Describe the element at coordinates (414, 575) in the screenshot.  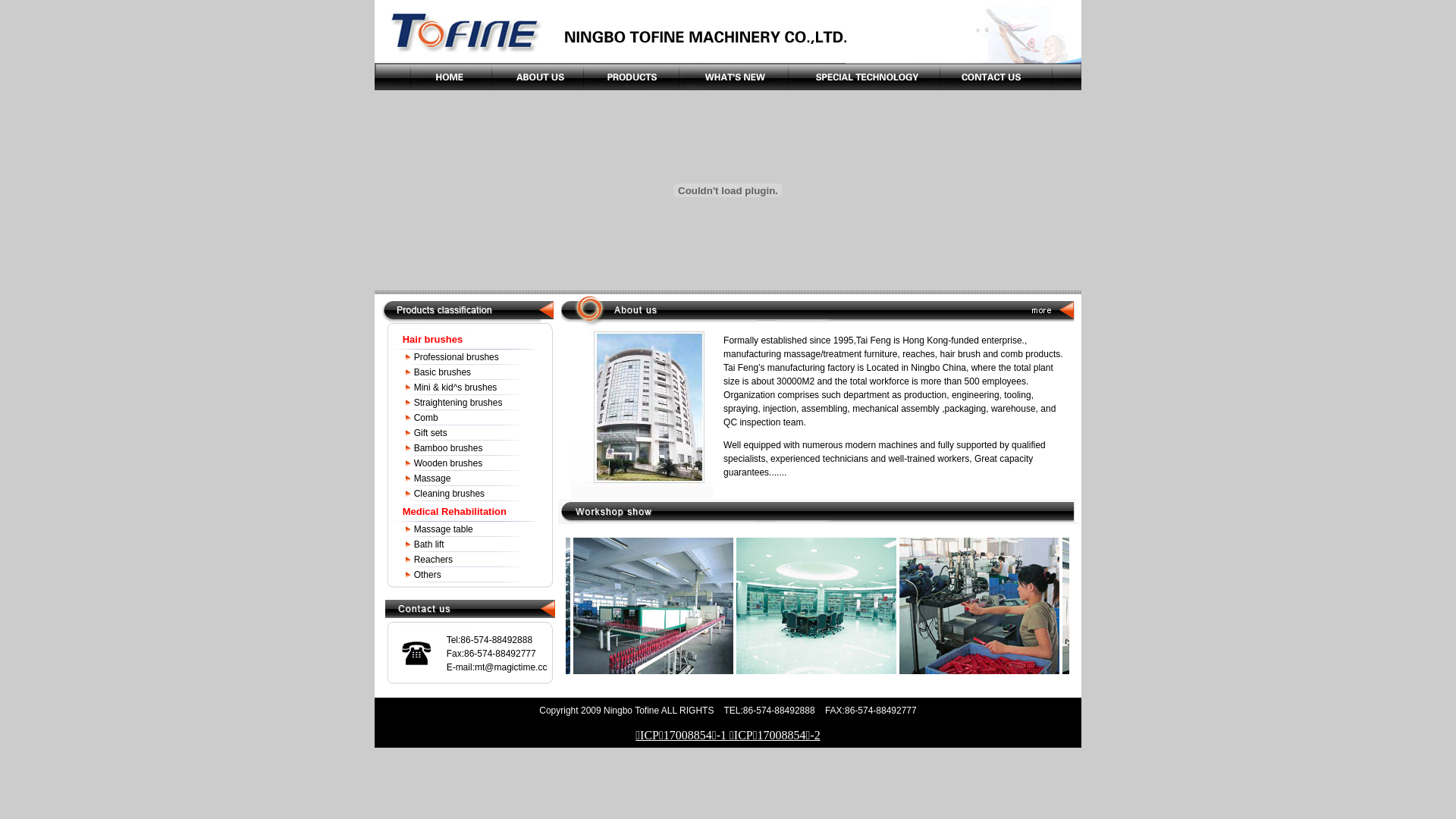
I see `'Others'` at that location.